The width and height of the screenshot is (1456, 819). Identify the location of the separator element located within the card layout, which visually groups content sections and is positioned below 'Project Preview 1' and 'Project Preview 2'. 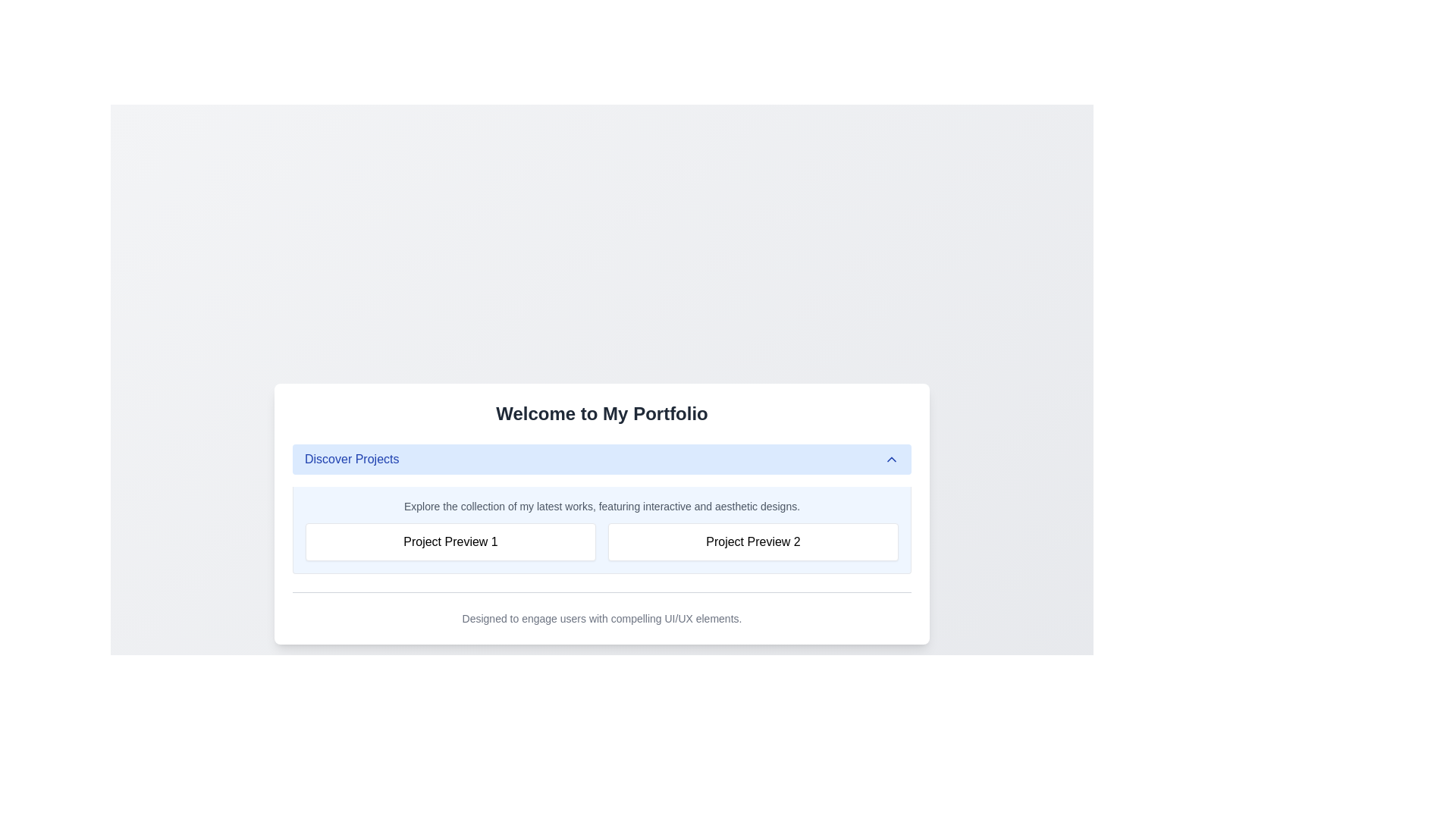
(601, 591).